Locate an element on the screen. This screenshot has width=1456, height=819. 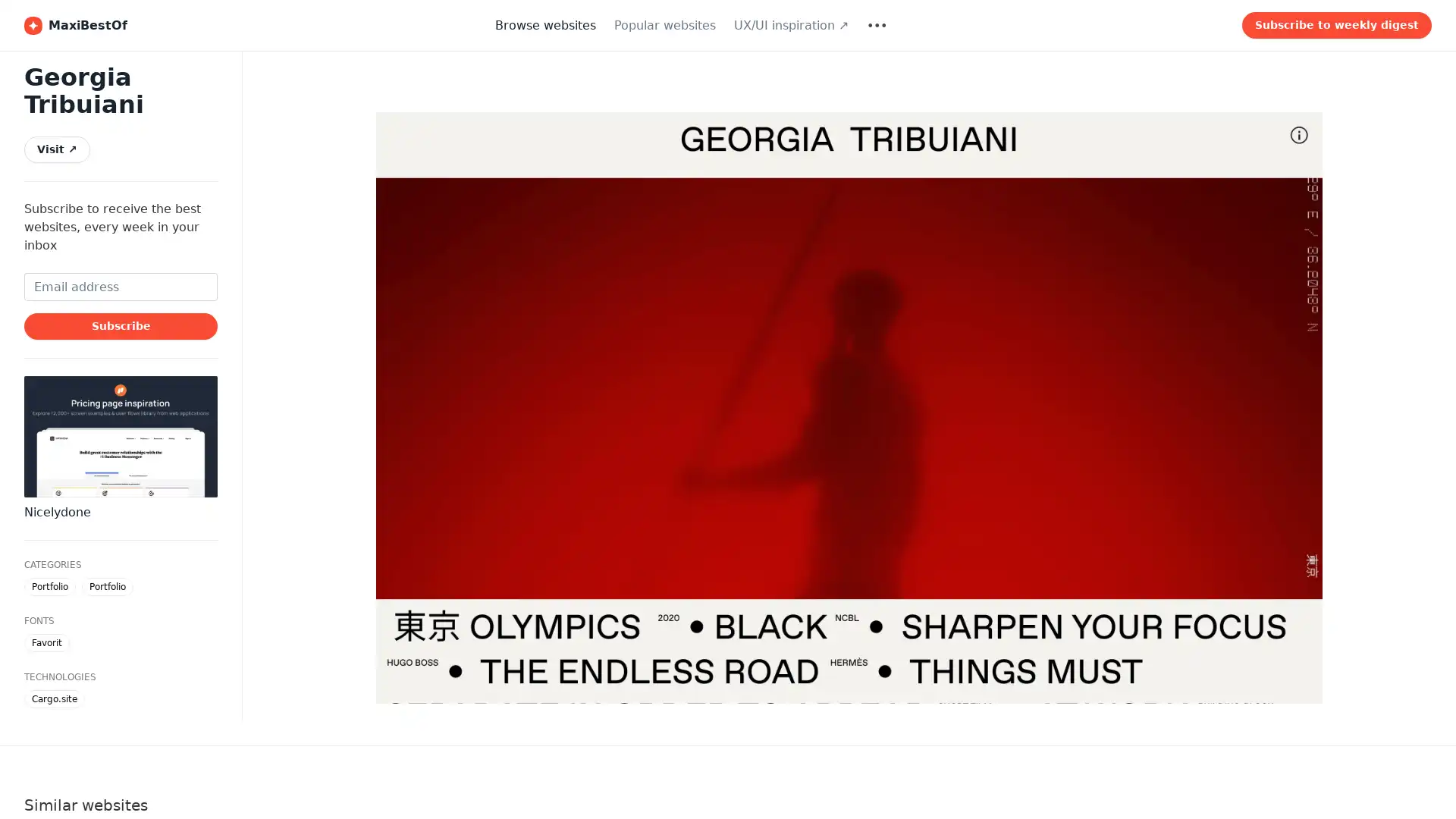
Subscribe is located at coordinates (120, 325).